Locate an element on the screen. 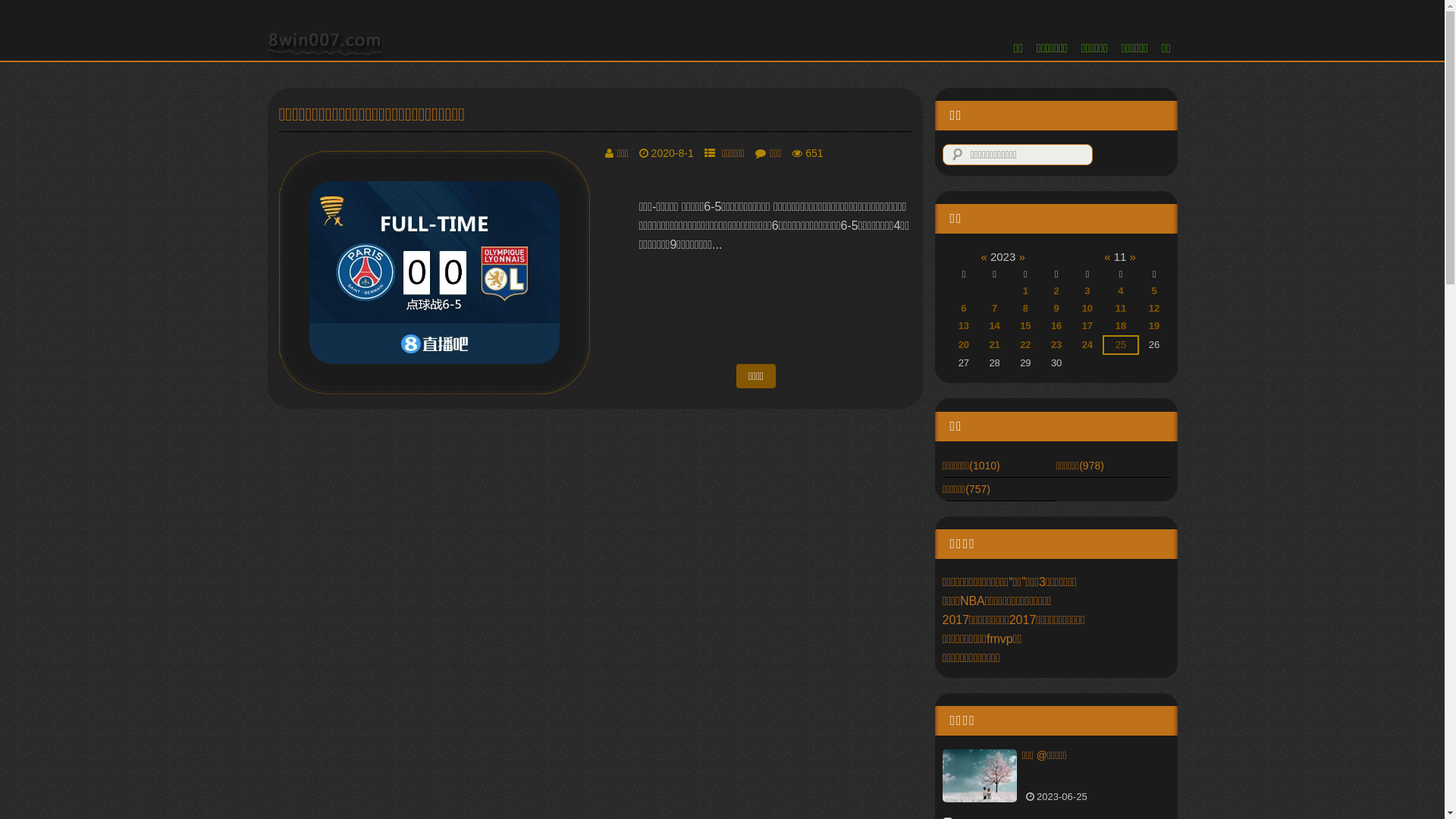 This screenshot has width=1456, height=819. '15' is located at coordinates (1025, 325).